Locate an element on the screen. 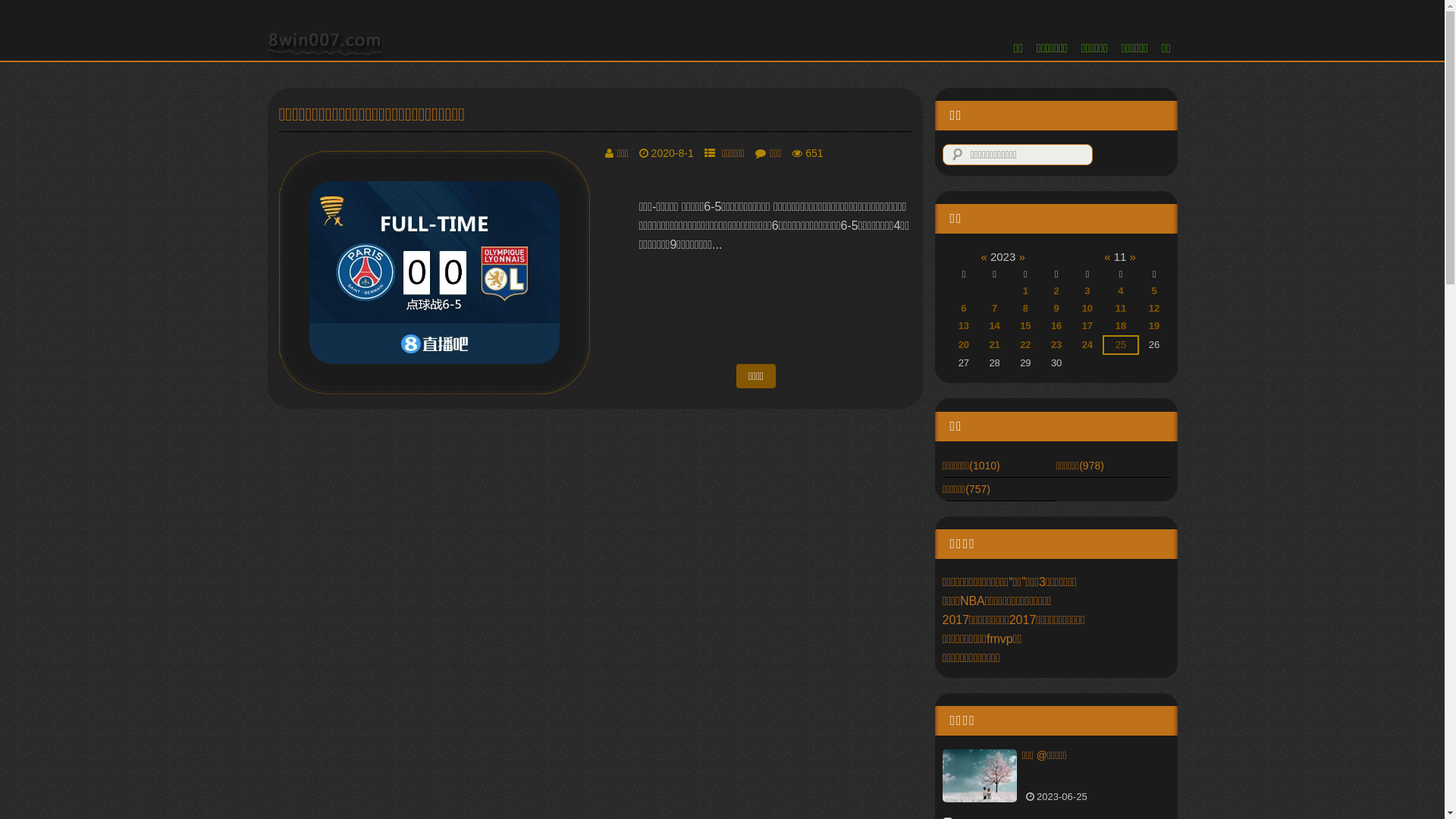 This screenshot has width=1456, height=819. '15' is located at coordinates (1025, 325).